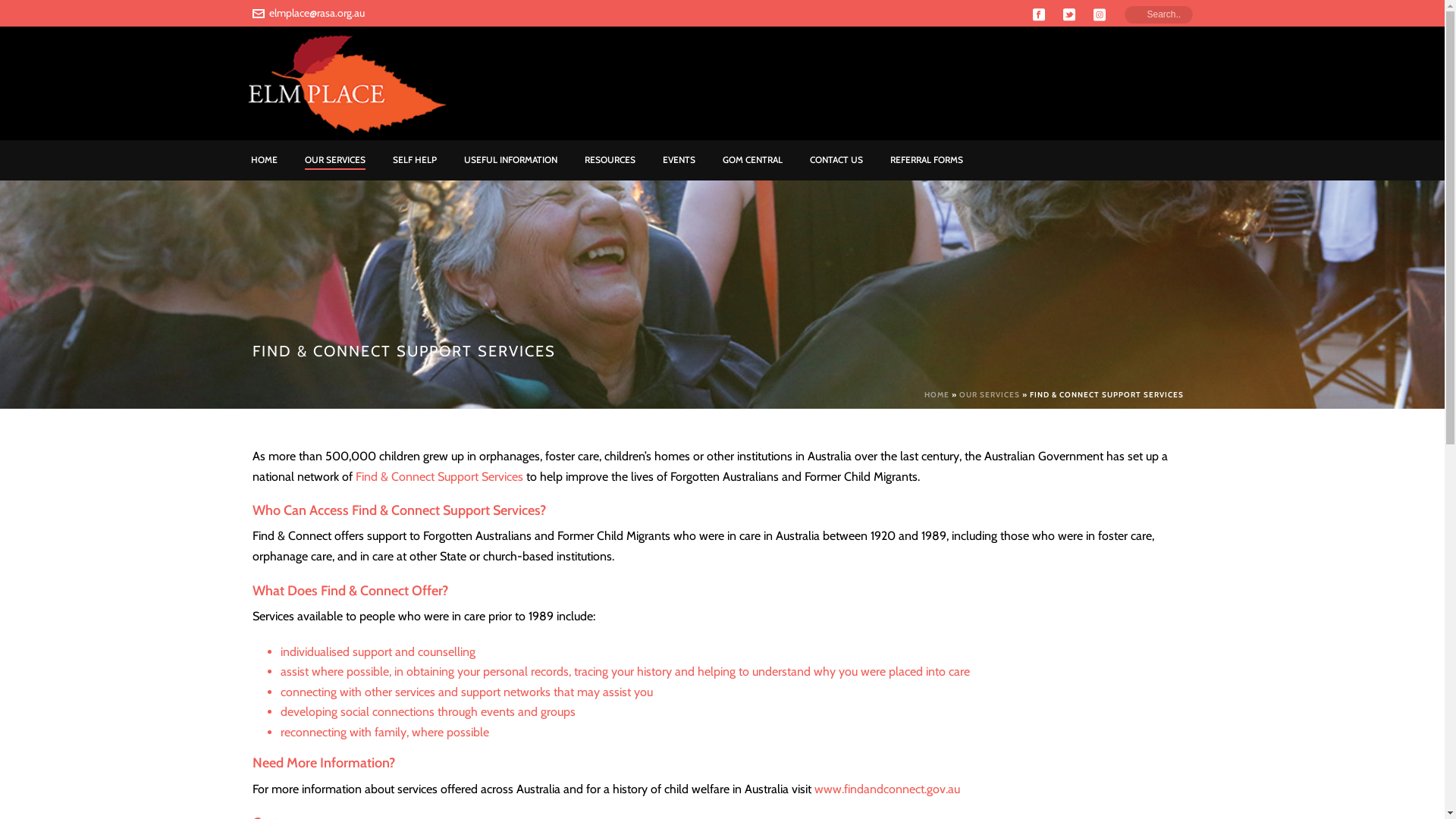 The image size is (1456, 819). What do you see at coordinates (315, 12) in the screenshot?
I see `'elmplace@rasa.org.au'` at bounding box center [315, 12].